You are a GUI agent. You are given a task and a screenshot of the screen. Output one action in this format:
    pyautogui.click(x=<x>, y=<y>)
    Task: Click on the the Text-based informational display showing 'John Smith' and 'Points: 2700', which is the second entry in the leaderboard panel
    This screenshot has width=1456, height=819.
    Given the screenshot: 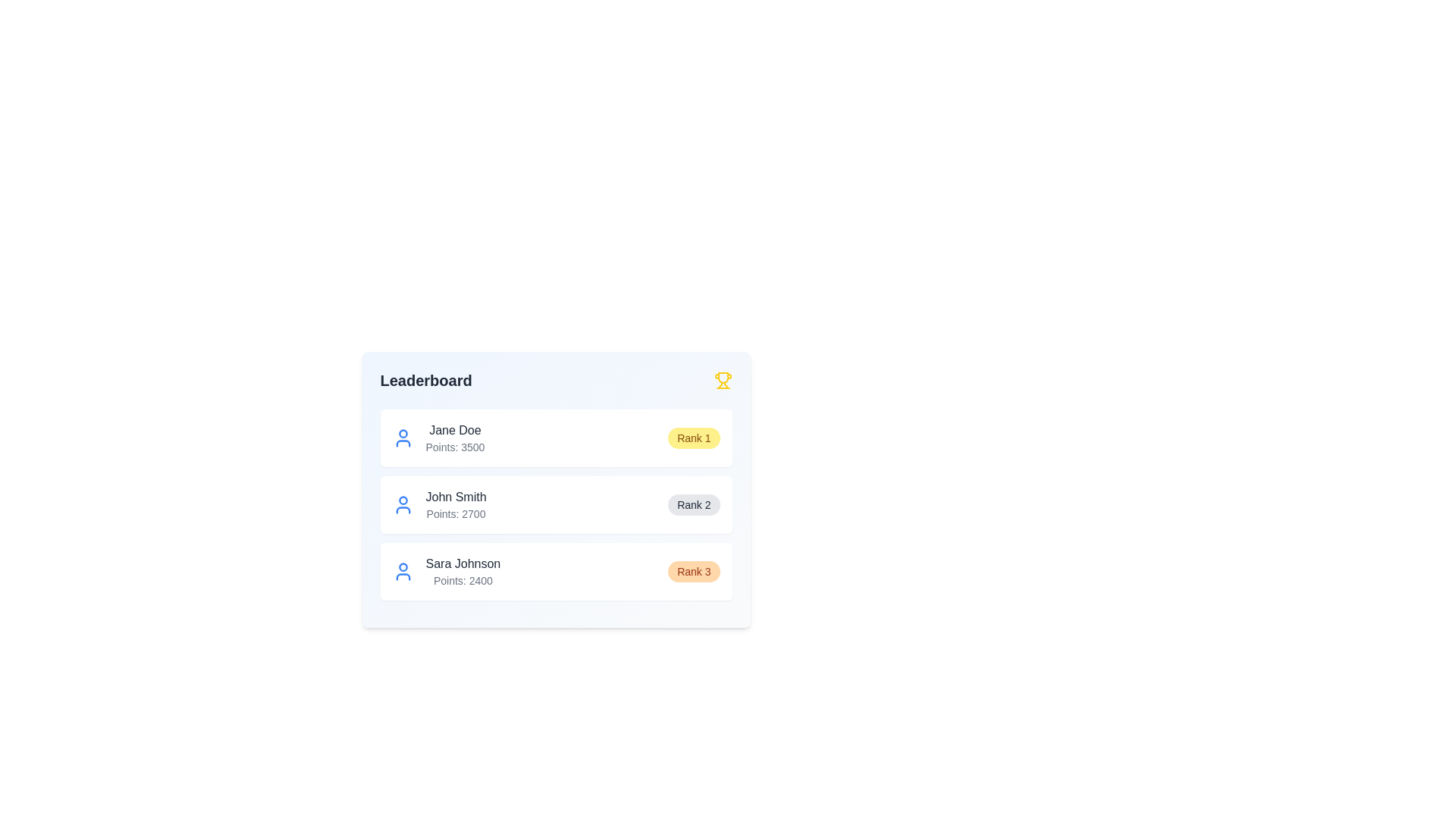 What is the action you would take?
    pyautogui.click(x=455, y=505)
    